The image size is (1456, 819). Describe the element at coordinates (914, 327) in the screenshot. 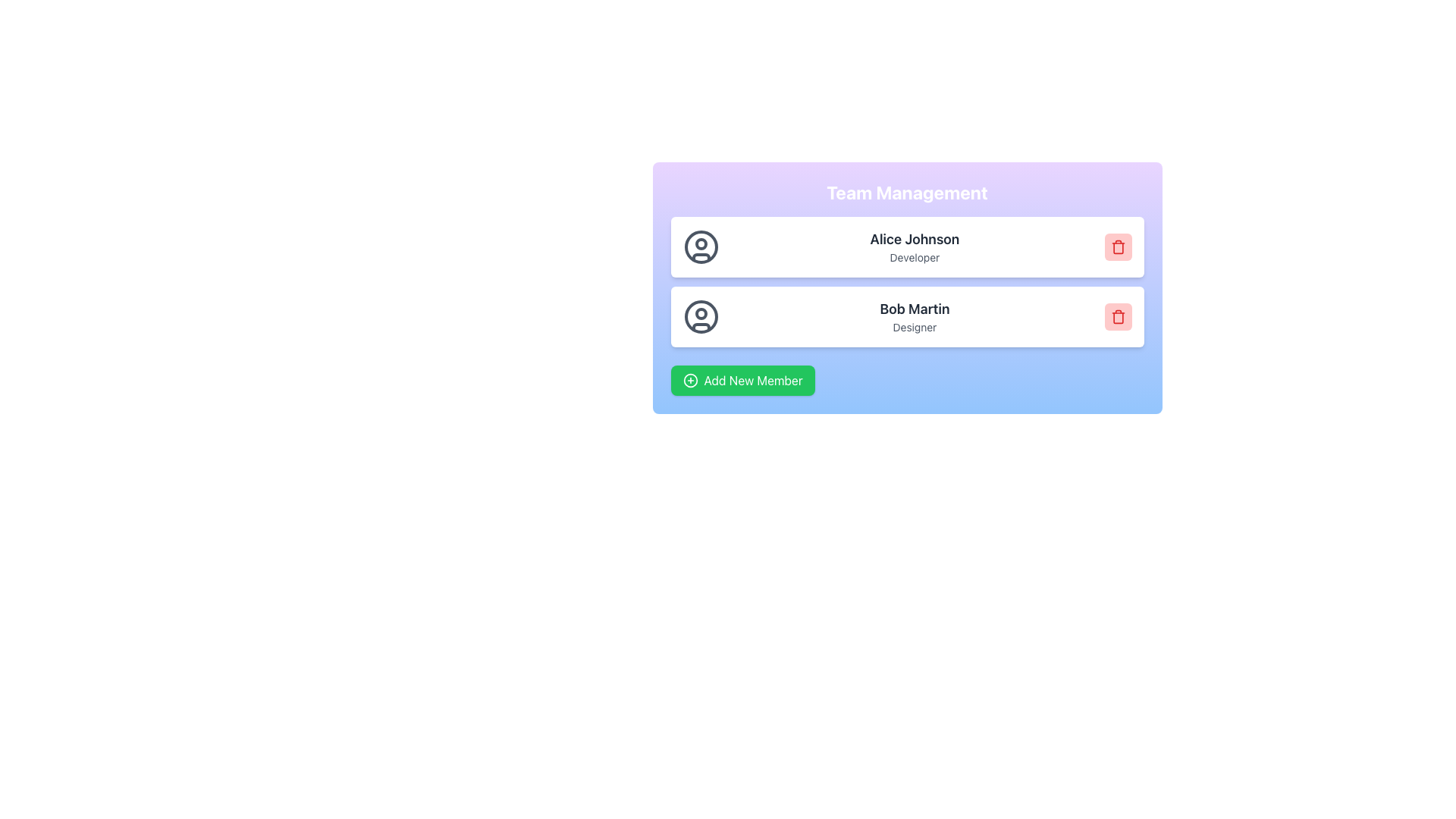

I see `the text label displaying the word 'Designer' which is located below the 'Bob Martin' name label in the user profile section` at that location.